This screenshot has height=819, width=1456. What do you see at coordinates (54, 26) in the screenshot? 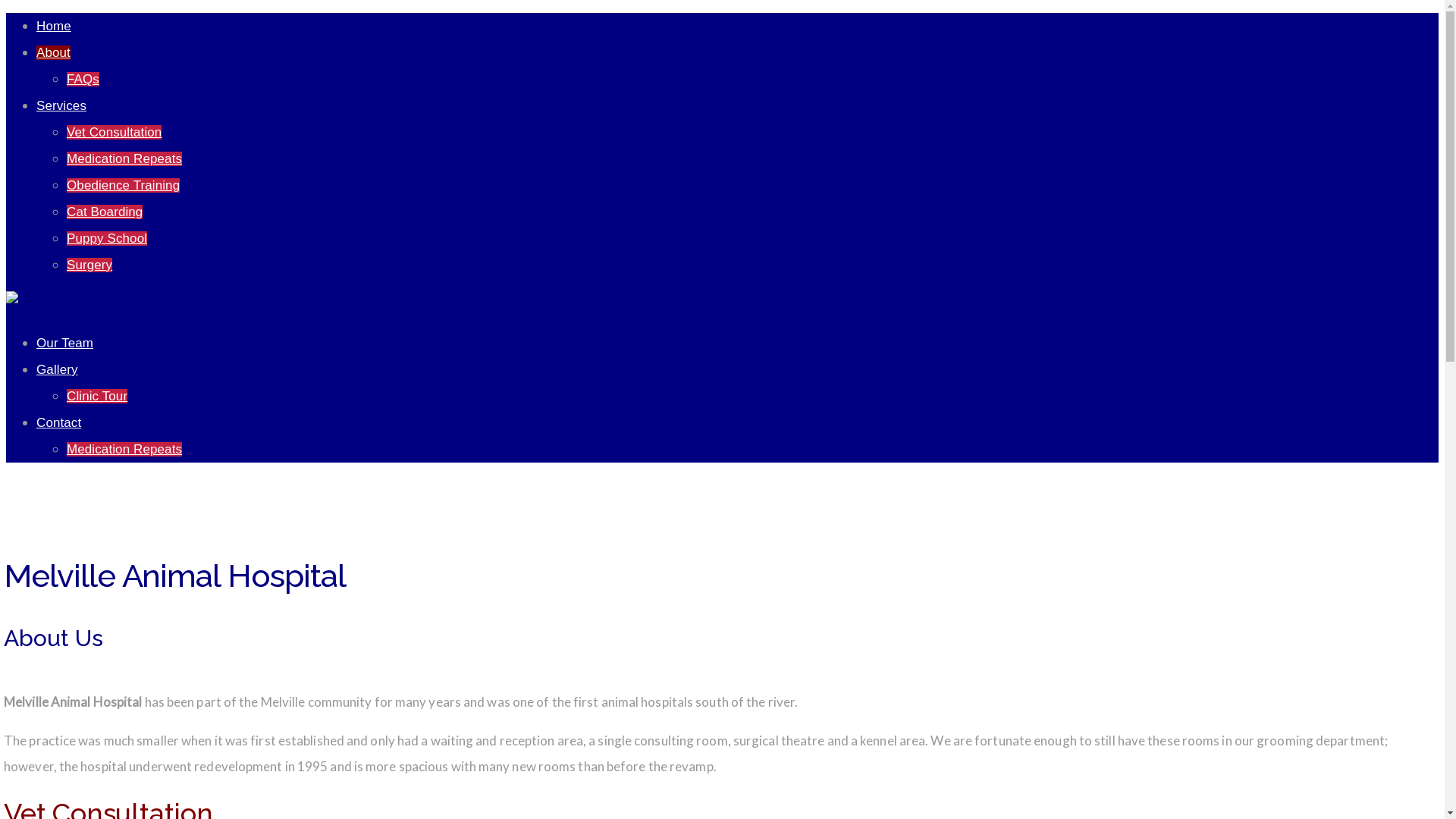
I see `'Home'` at bounding box center [54, 26].